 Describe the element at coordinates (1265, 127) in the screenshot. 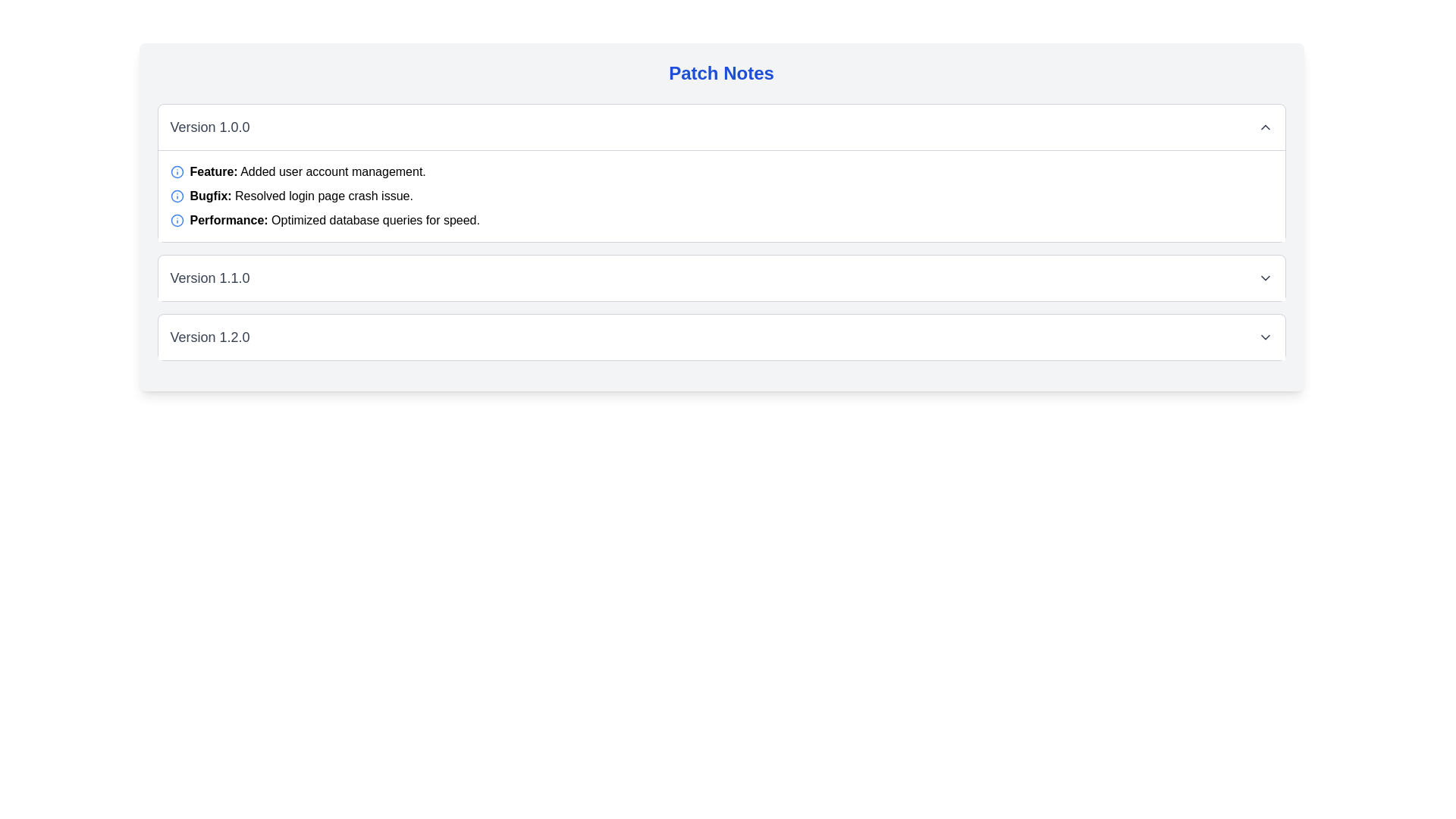

I see `the collapse icon located at the top-right corner of the section displaying the heading 'Version 1.0.0'` at that location.